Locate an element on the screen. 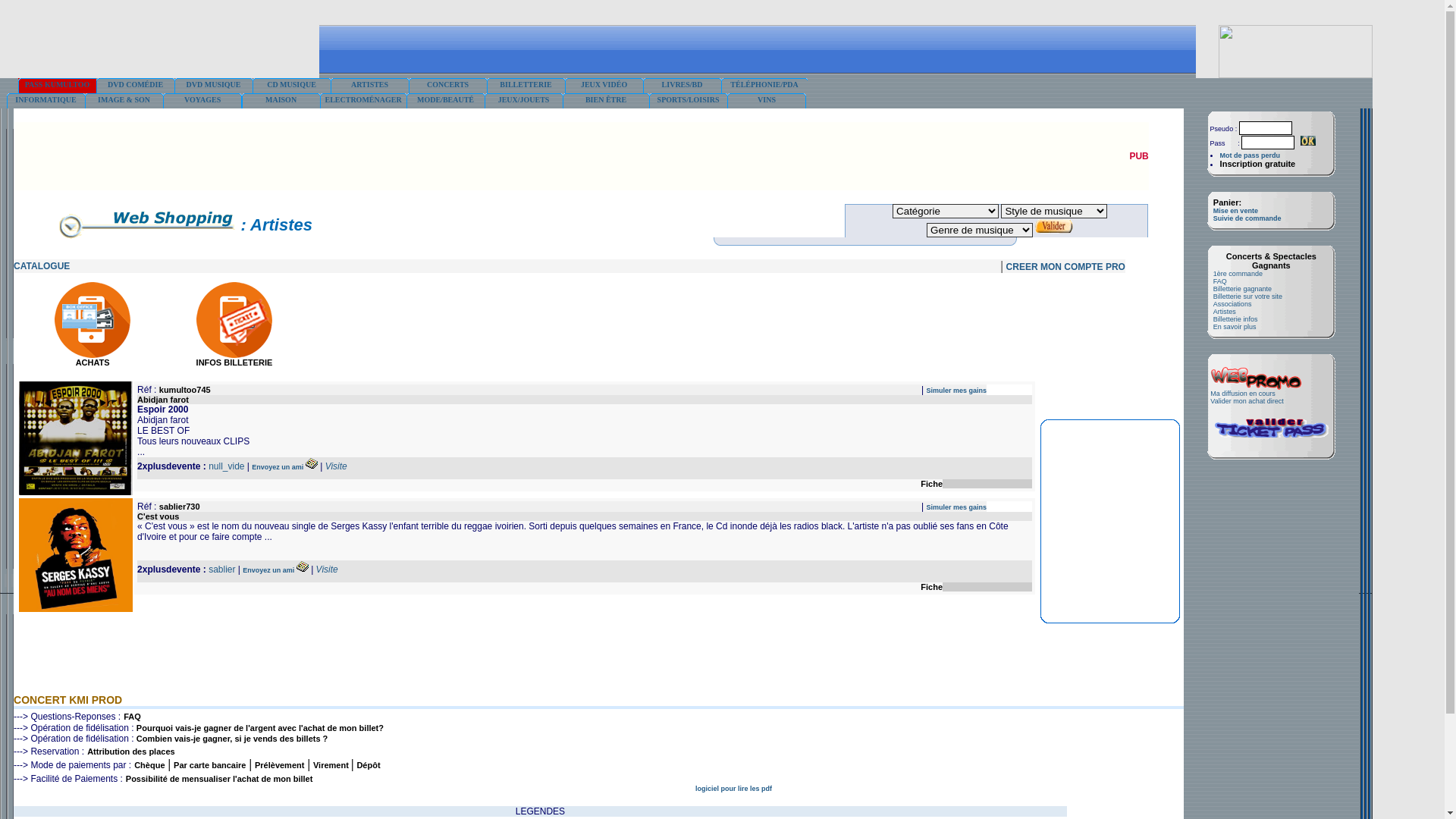 Image resolution: width=1456 pixels, height=819 pixels. 'Fiche' is located at coordinates (920, 586).